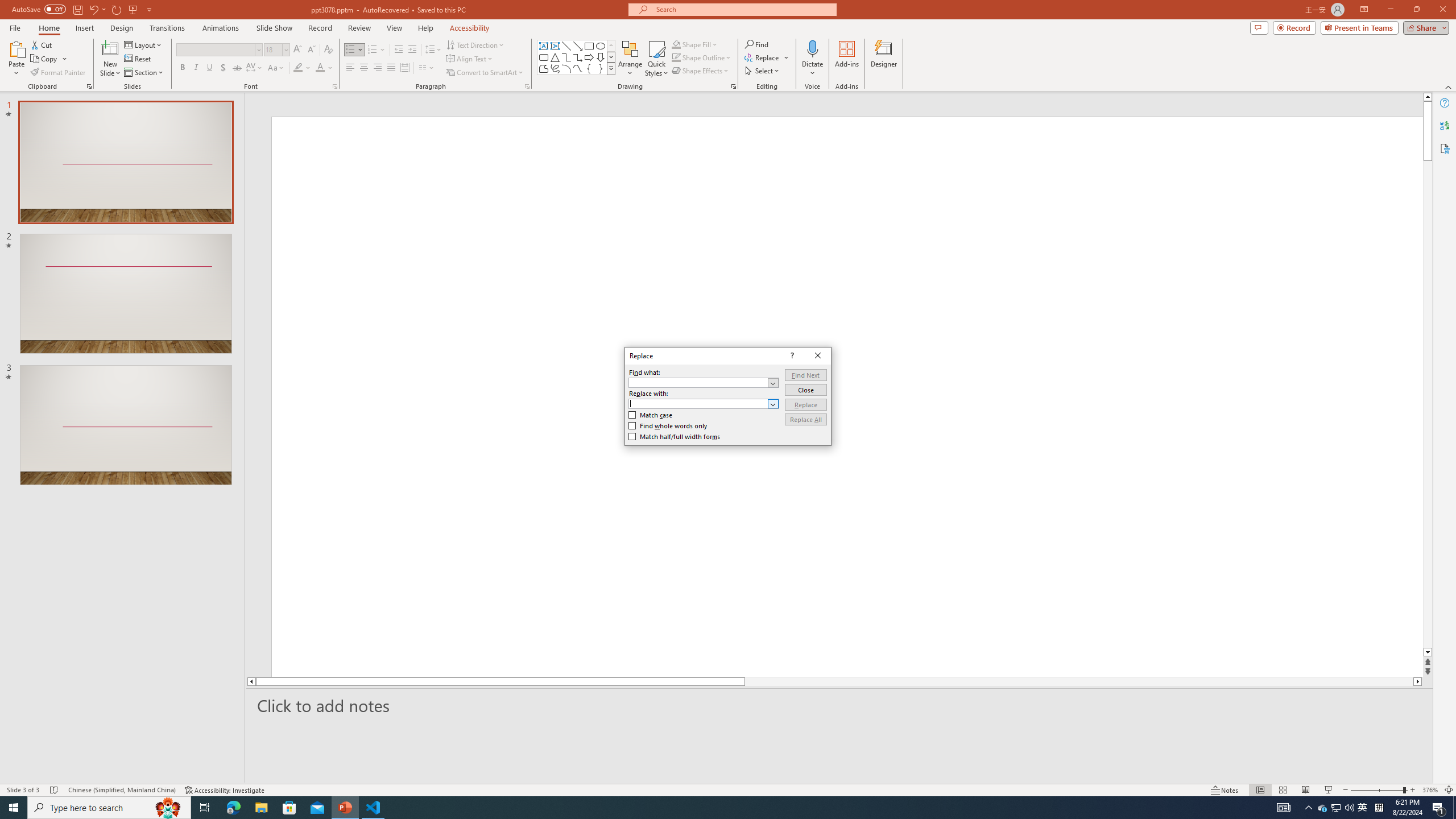  I want to click on 'Paragraph...', so click(526, 85).